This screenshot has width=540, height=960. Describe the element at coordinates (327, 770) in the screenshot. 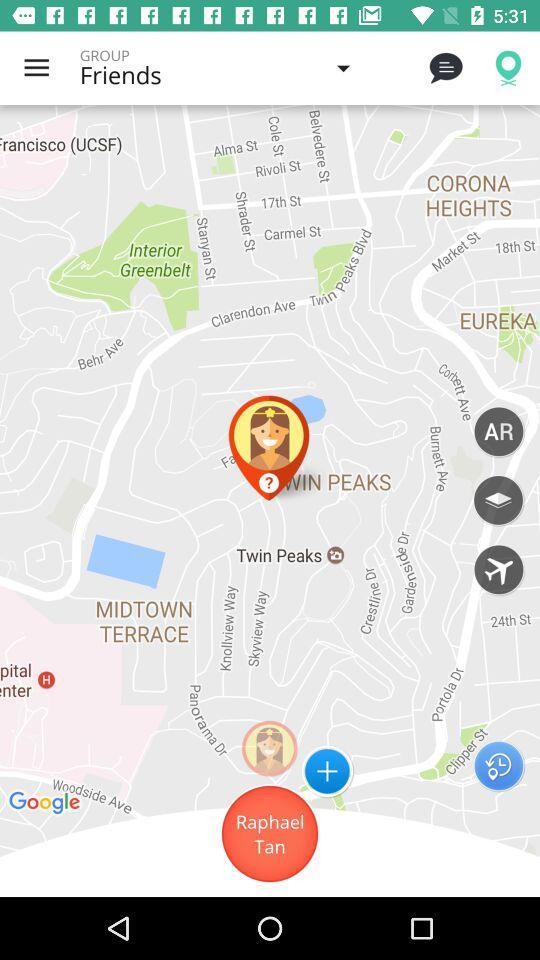

I see `the add icon` at that location.